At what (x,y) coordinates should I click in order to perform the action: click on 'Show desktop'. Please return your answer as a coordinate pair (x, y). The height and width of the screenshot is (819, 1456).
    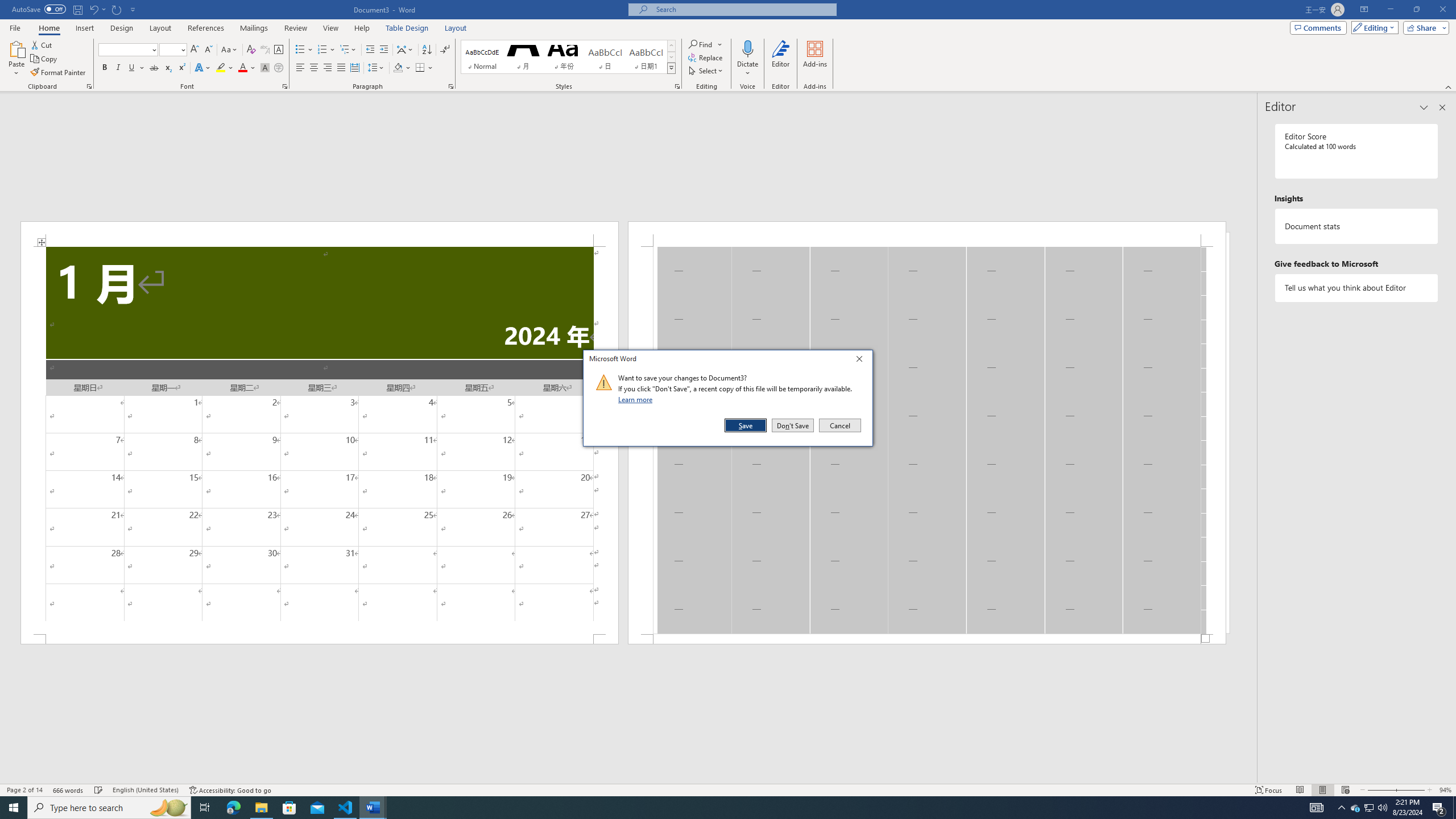
    Looking at the image, I should click on (1454, 806).